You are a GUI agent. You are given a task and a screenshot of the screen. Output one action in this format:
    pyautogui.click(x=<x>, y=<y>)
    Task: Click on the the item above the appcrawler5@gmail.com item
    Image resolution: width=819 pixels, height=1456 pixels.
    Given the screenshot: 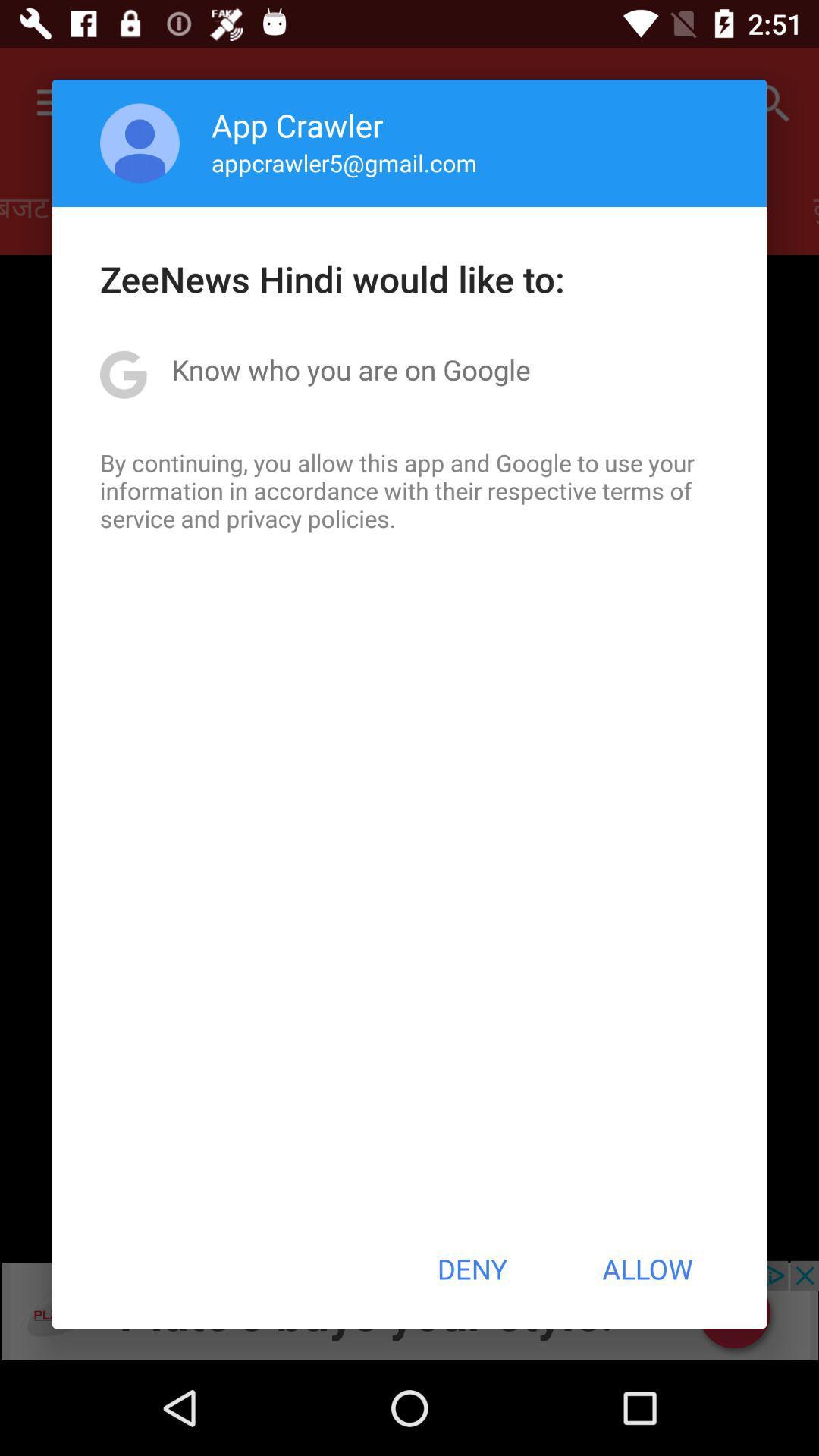 What is the action you would take?
    pyautogui.click(x=297, y=124)
    